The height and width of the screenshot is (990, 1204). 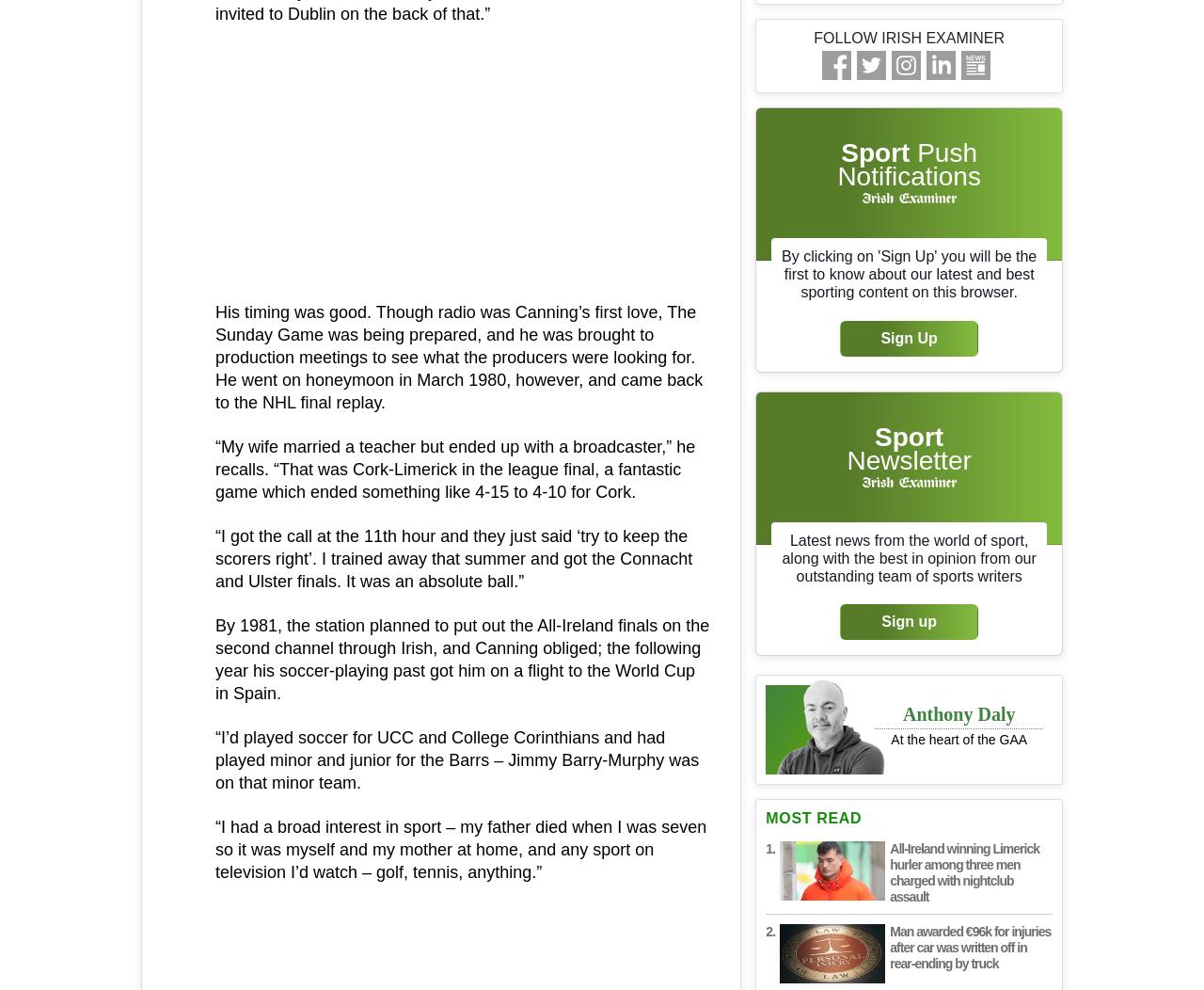 I want to click on 'Organisation: Offaly', so click(x=328, y=924).